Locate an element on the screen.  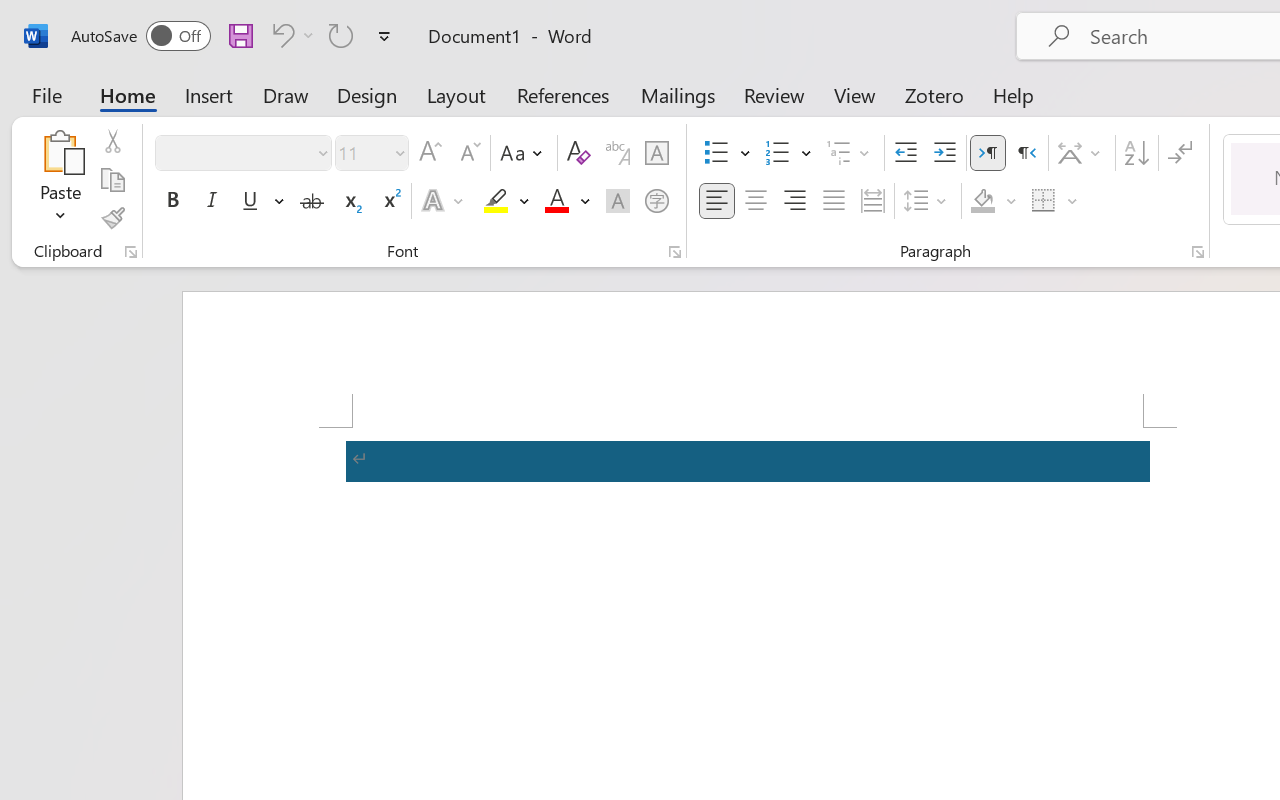
'Undo Apply Quick Style Set' is located at coordinates (289, 34).